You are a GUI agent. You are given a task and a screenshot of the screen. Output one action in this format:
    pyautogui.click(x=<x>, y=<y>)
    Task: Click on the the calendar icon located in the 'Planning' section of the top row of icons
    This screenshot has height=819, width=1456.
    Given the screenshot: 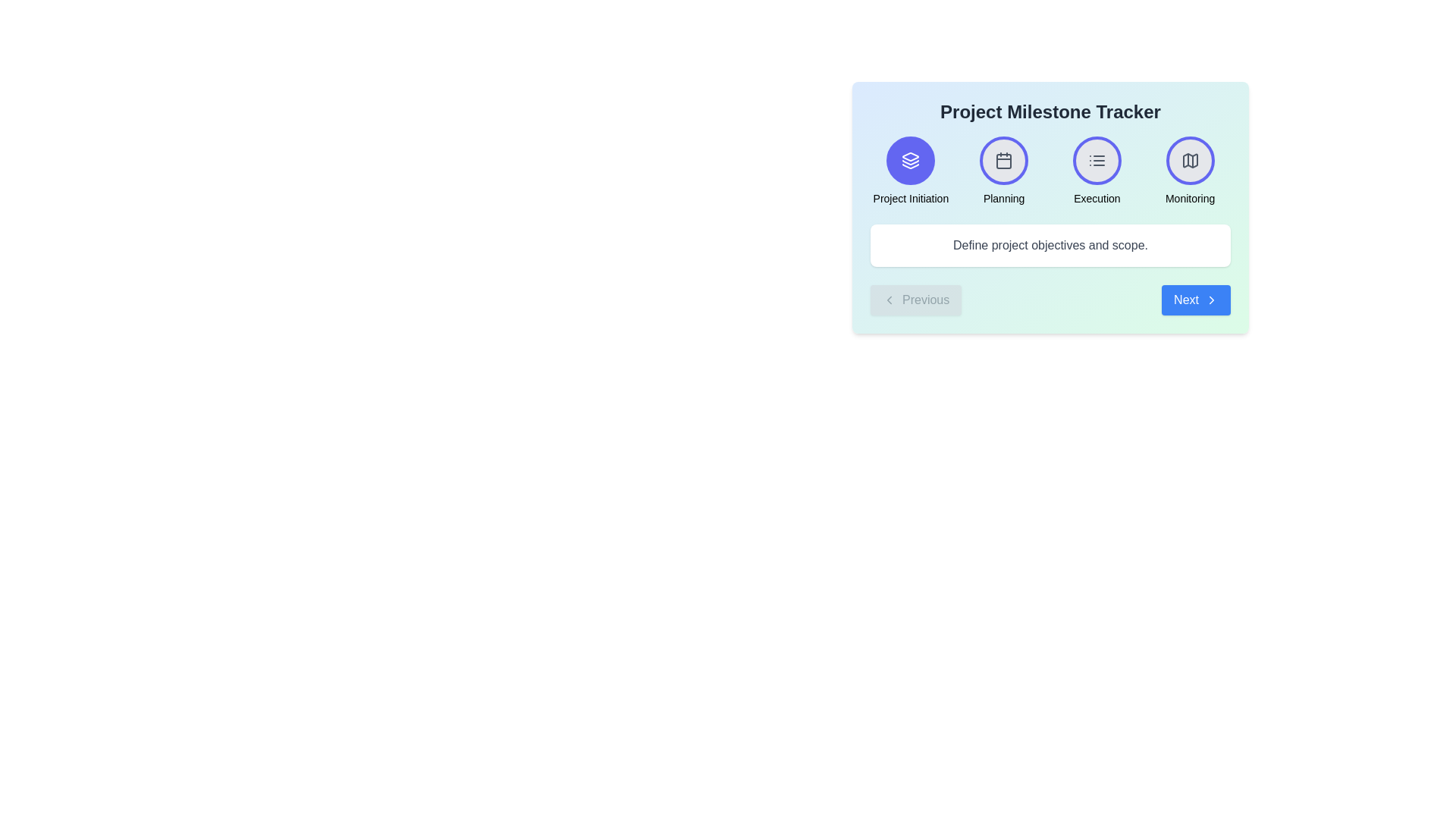 What is the action you would take?
    pyautogui.click(x=1004, y=161)
    